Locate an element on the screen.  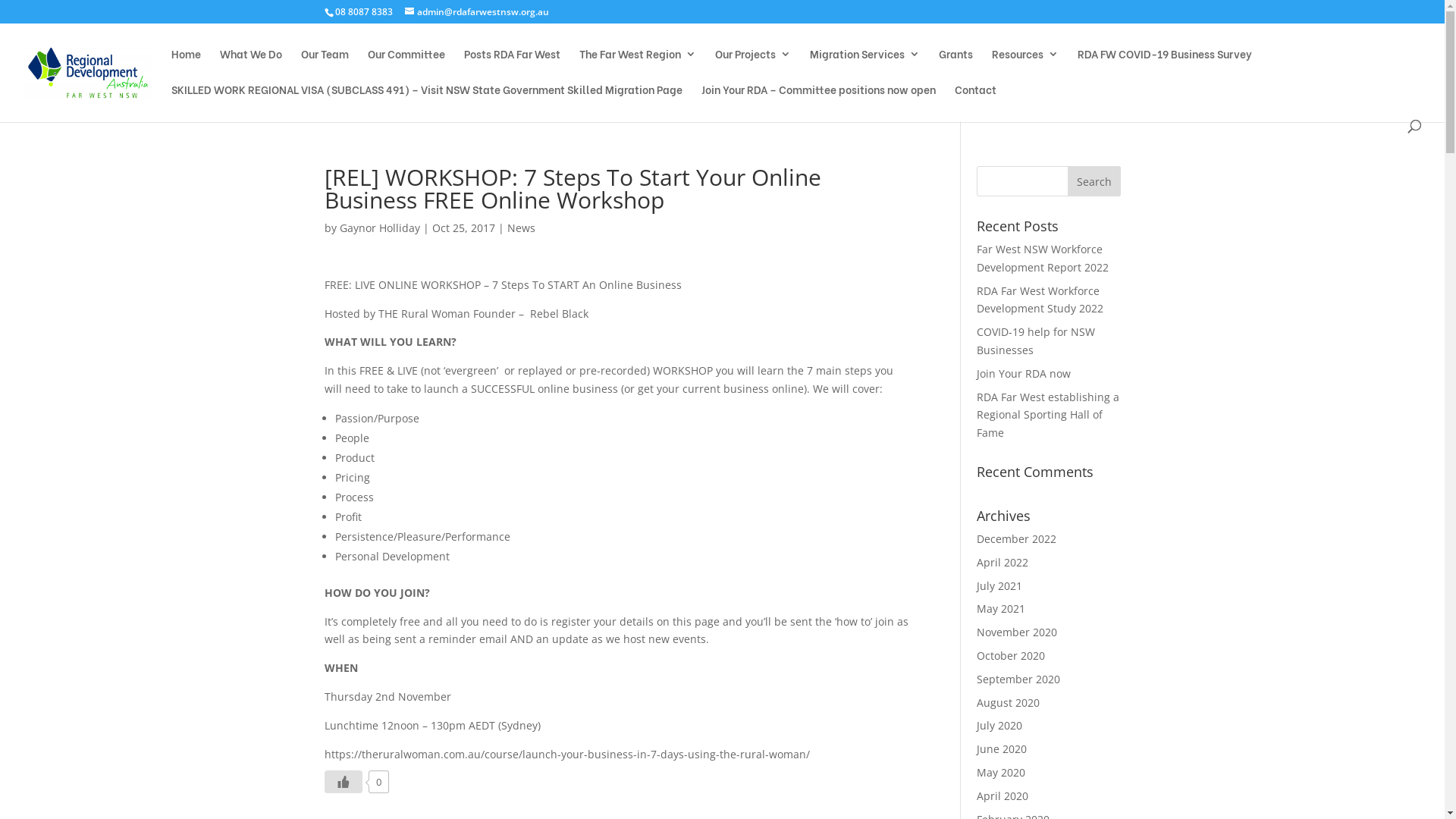
'Our Committee' is located at coordinates (406, 65).